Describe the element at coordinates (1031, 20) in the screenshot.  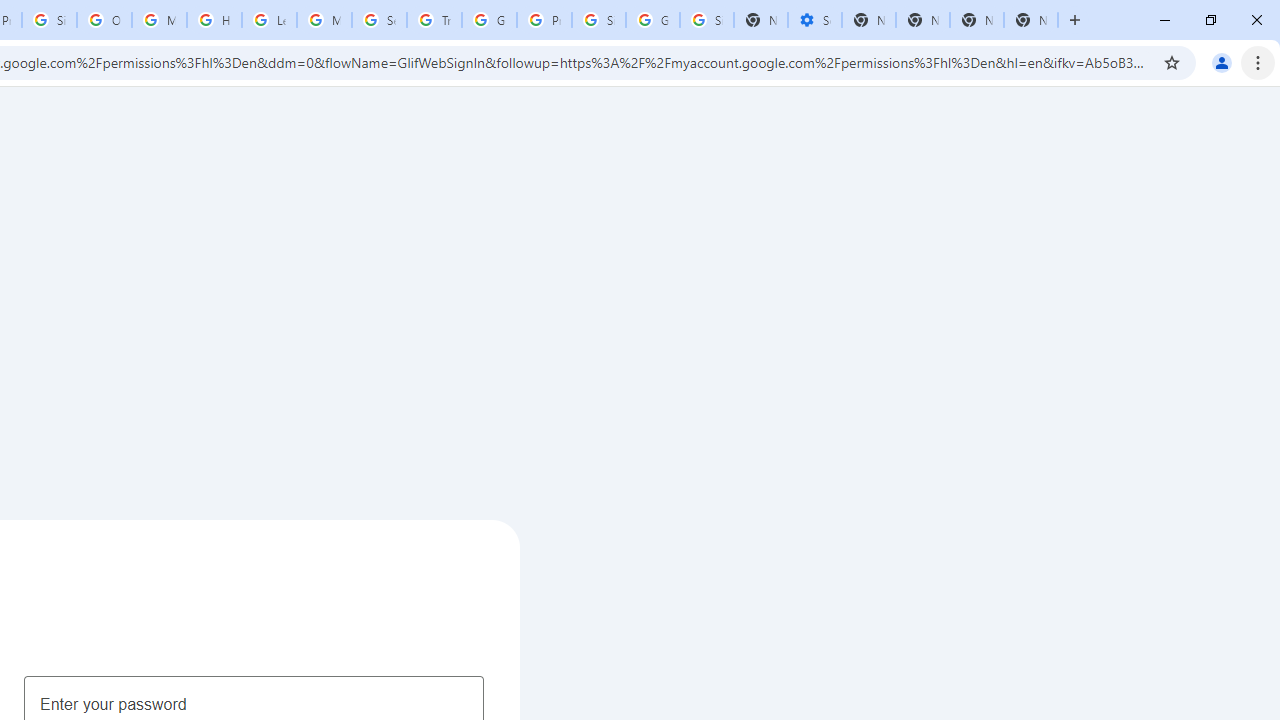
I see `'New Tab'` at that location.